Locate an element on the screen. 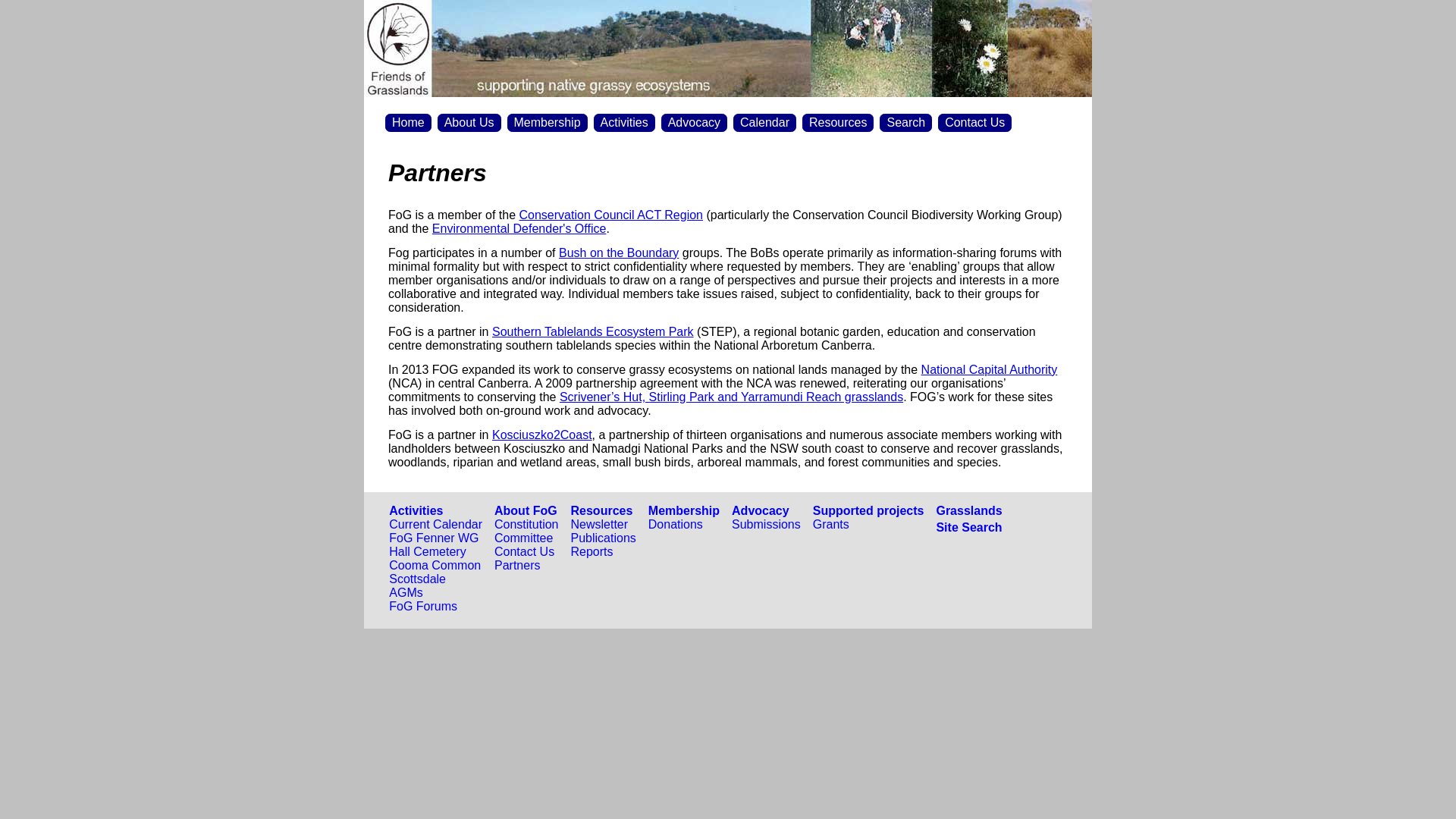 This screenshot has height=819, width=1456. 'About FoG' is located at coordinates (526, 510).